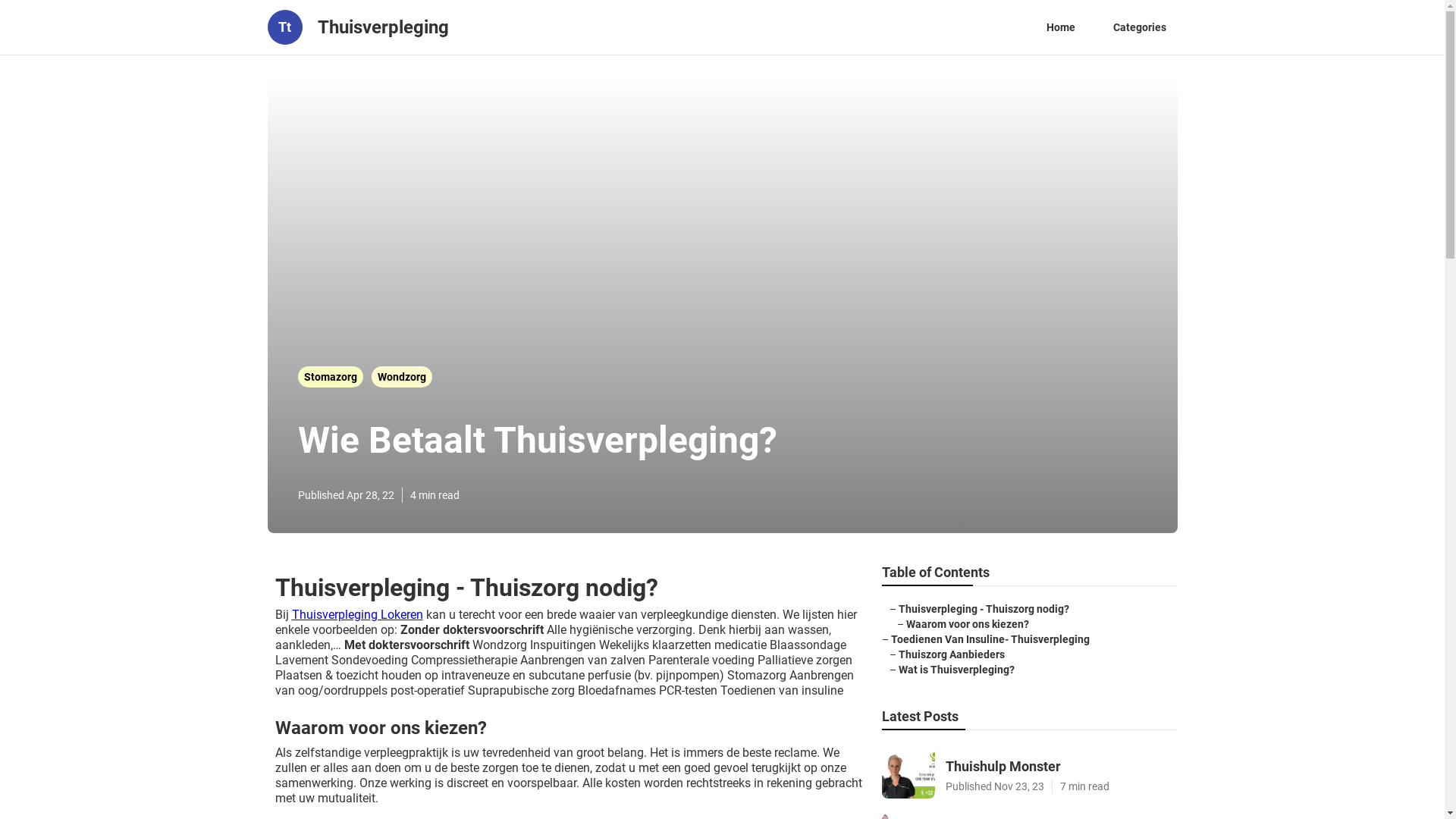  I want to click on 'Home', so click(1059, 27).